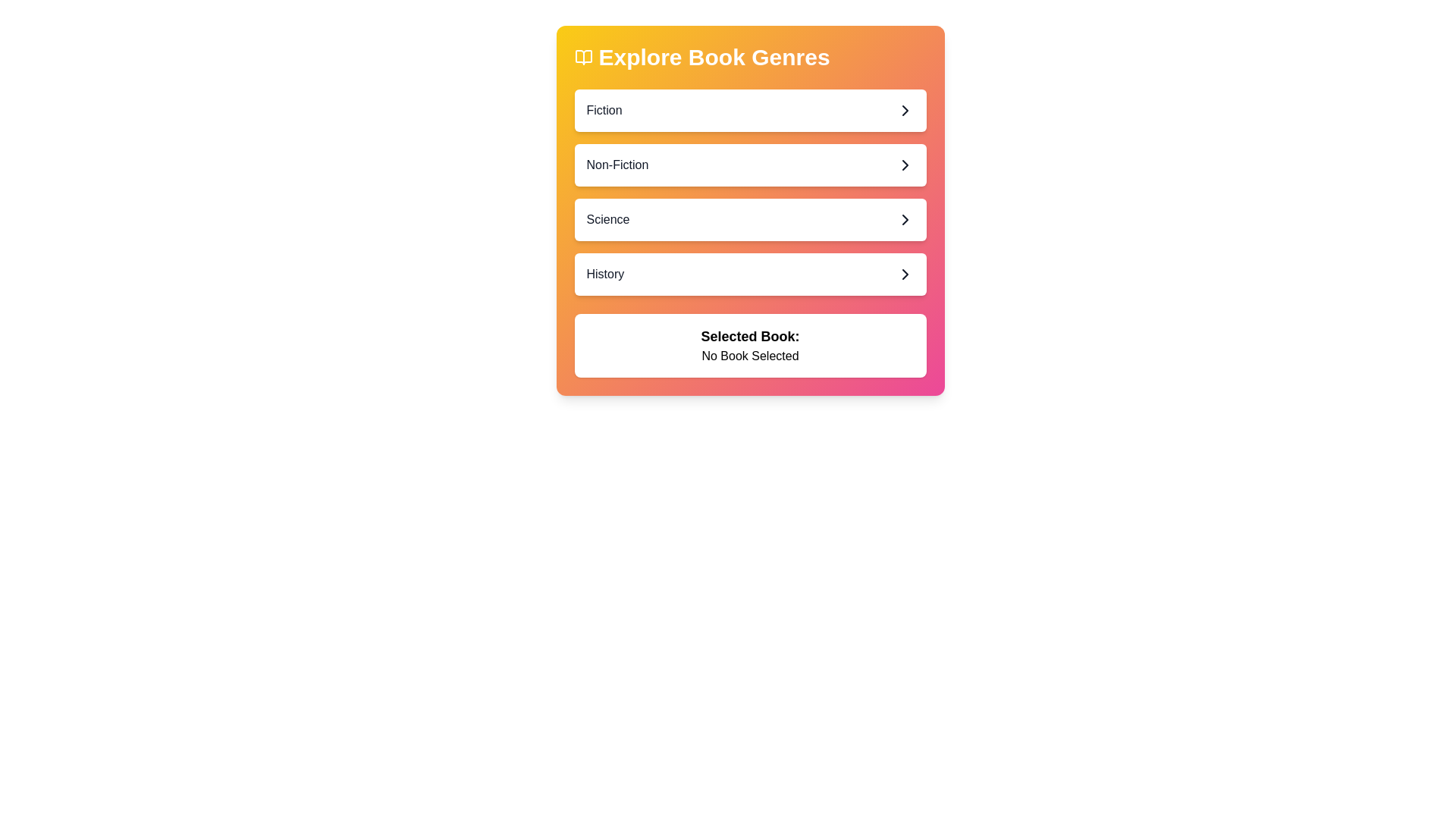 This screenshot has height=819, width=1456. I want to click on the 'History' button, so click(750, 275).